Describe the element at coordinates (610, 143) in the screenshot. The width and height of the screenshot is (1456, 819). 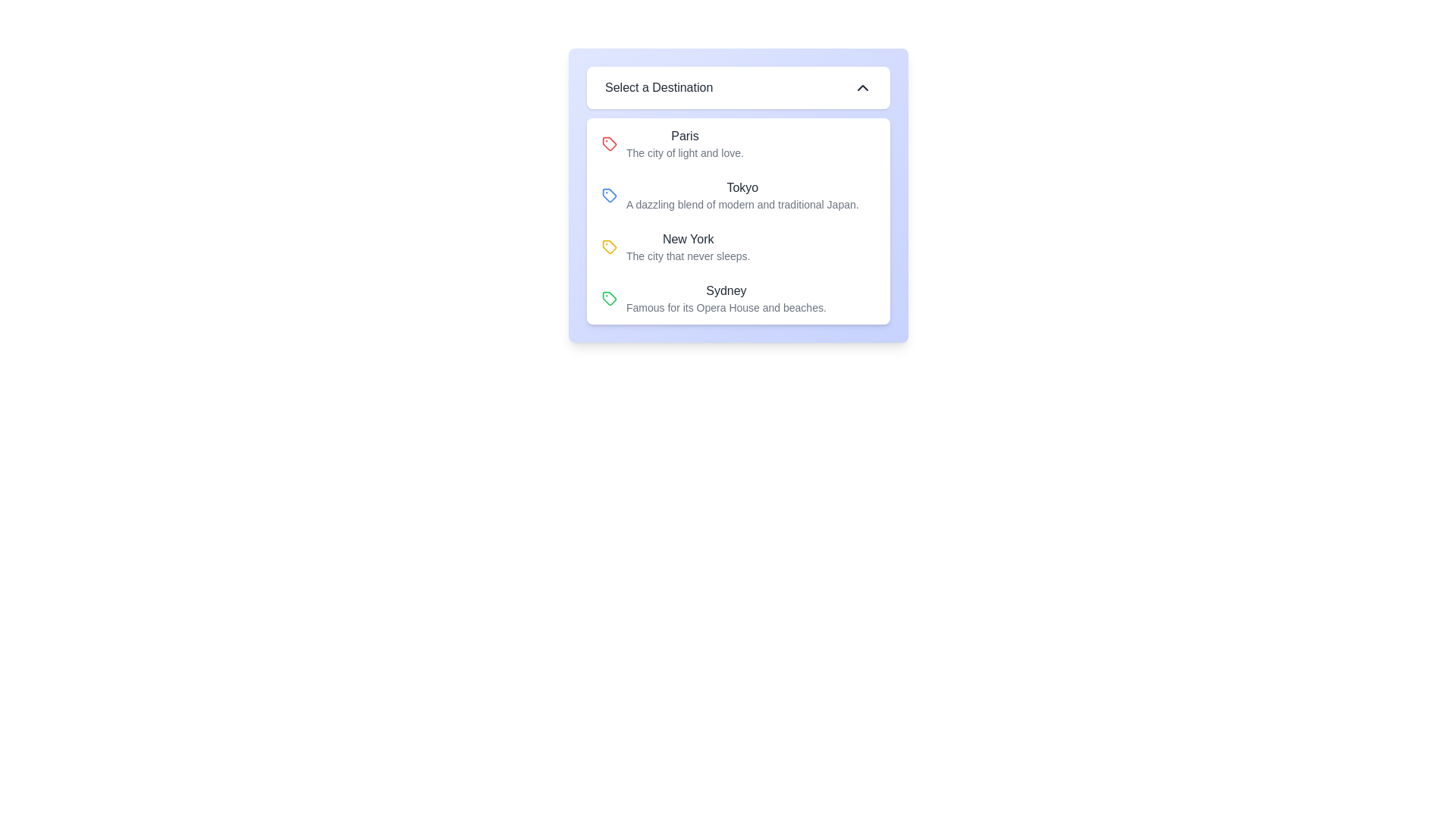
I see `the decorative icon associated with the destination 'Paris' located at the left of the text` at that location.